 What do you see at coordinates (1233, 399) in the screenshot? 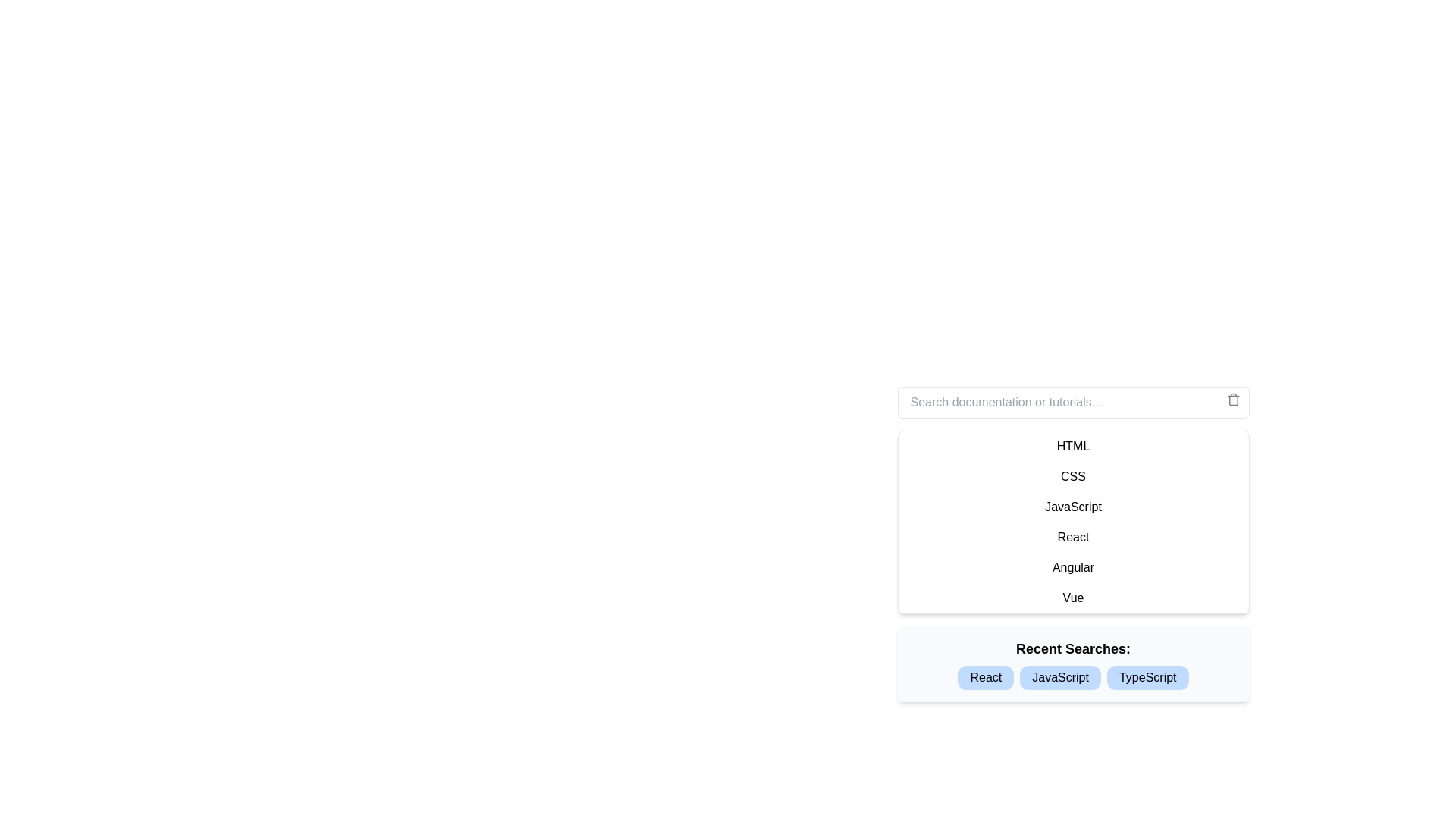
I see `the trash bin icon button located at the top-right corner of the search input field to clear the input field` at bounding box center [1233, 399].